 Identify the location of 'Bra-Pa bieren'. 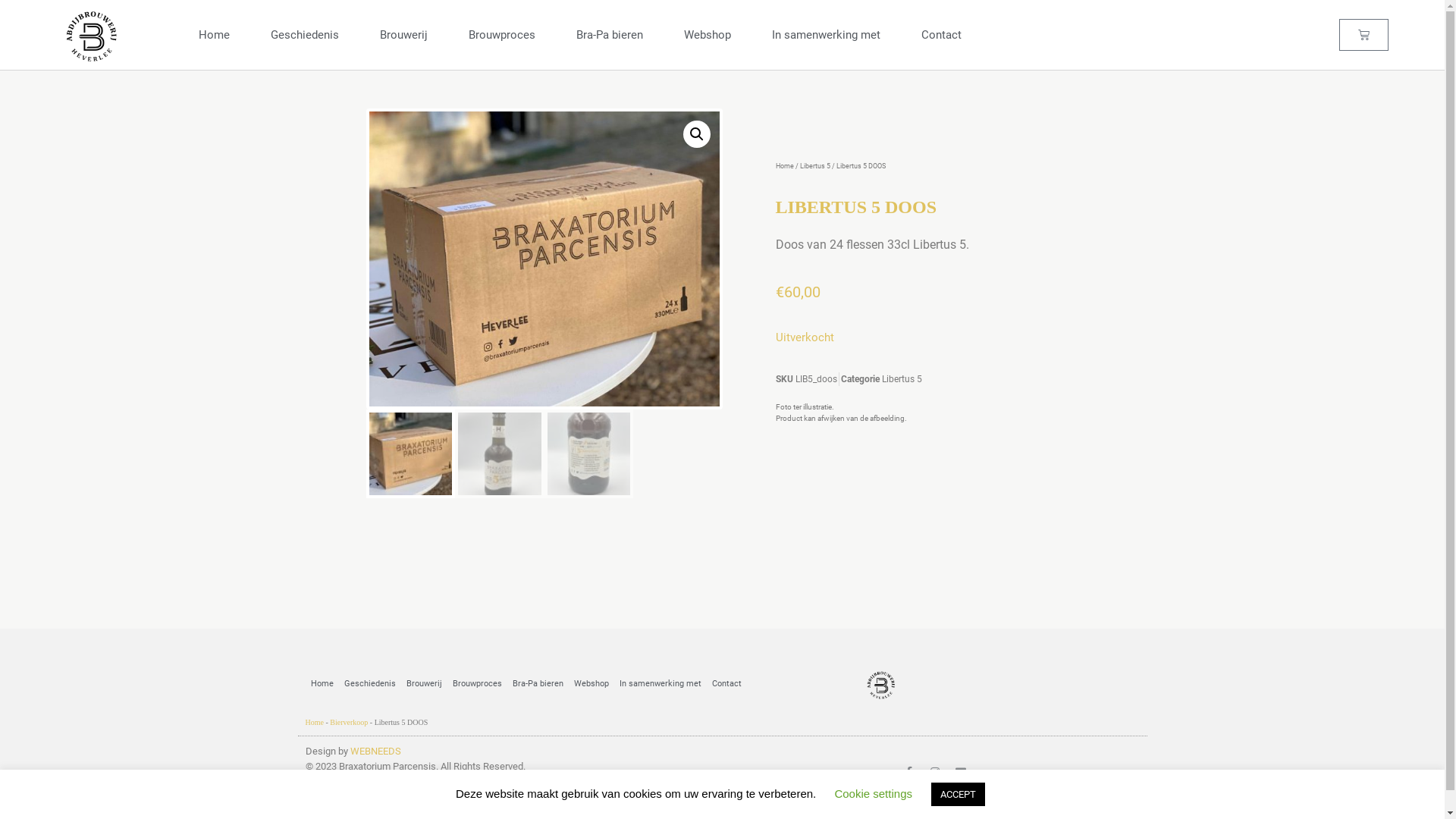
(506, 684).